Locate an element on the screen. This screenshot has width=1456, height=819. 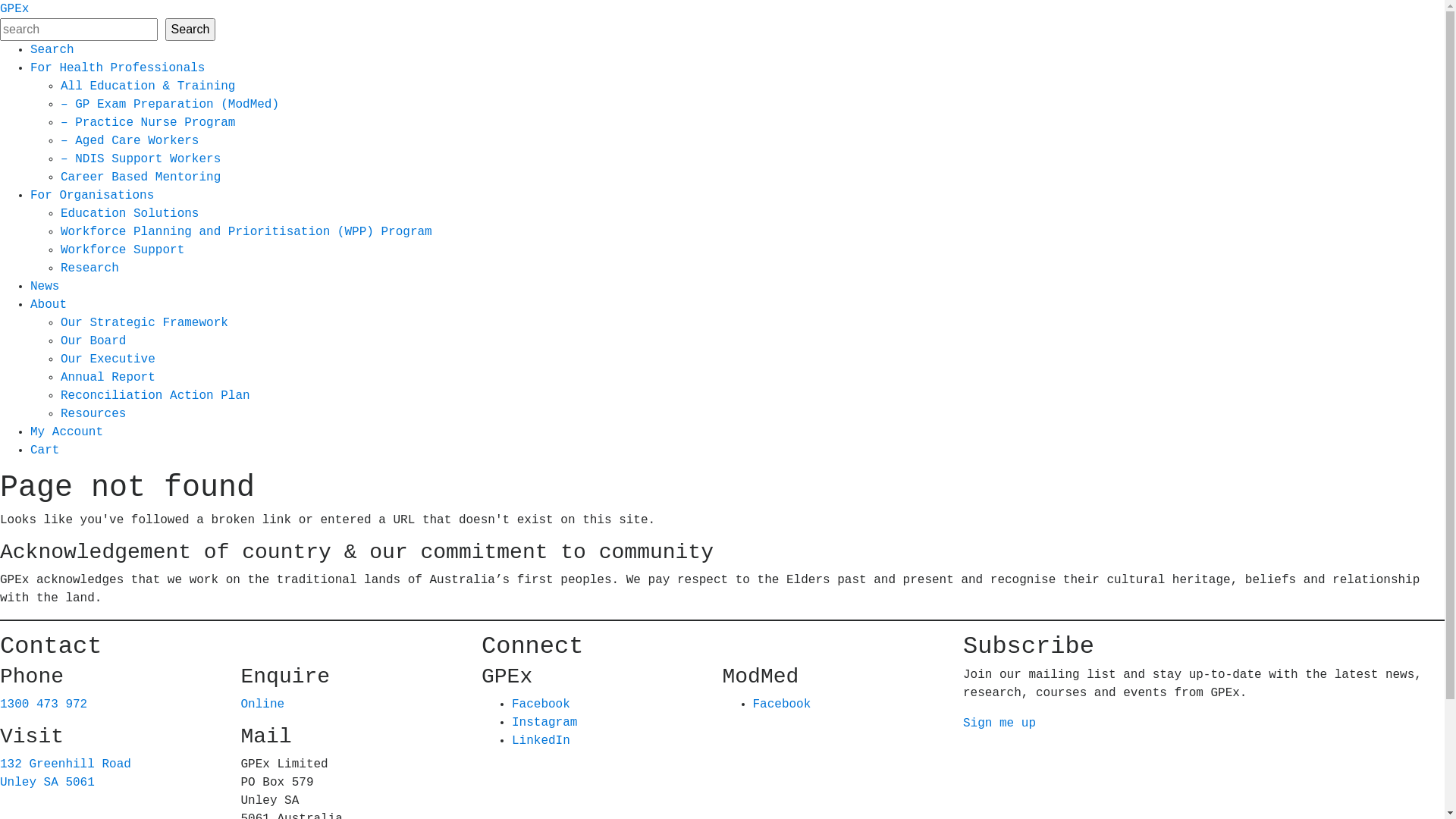
'Research' is located at coordinates (89, 268).